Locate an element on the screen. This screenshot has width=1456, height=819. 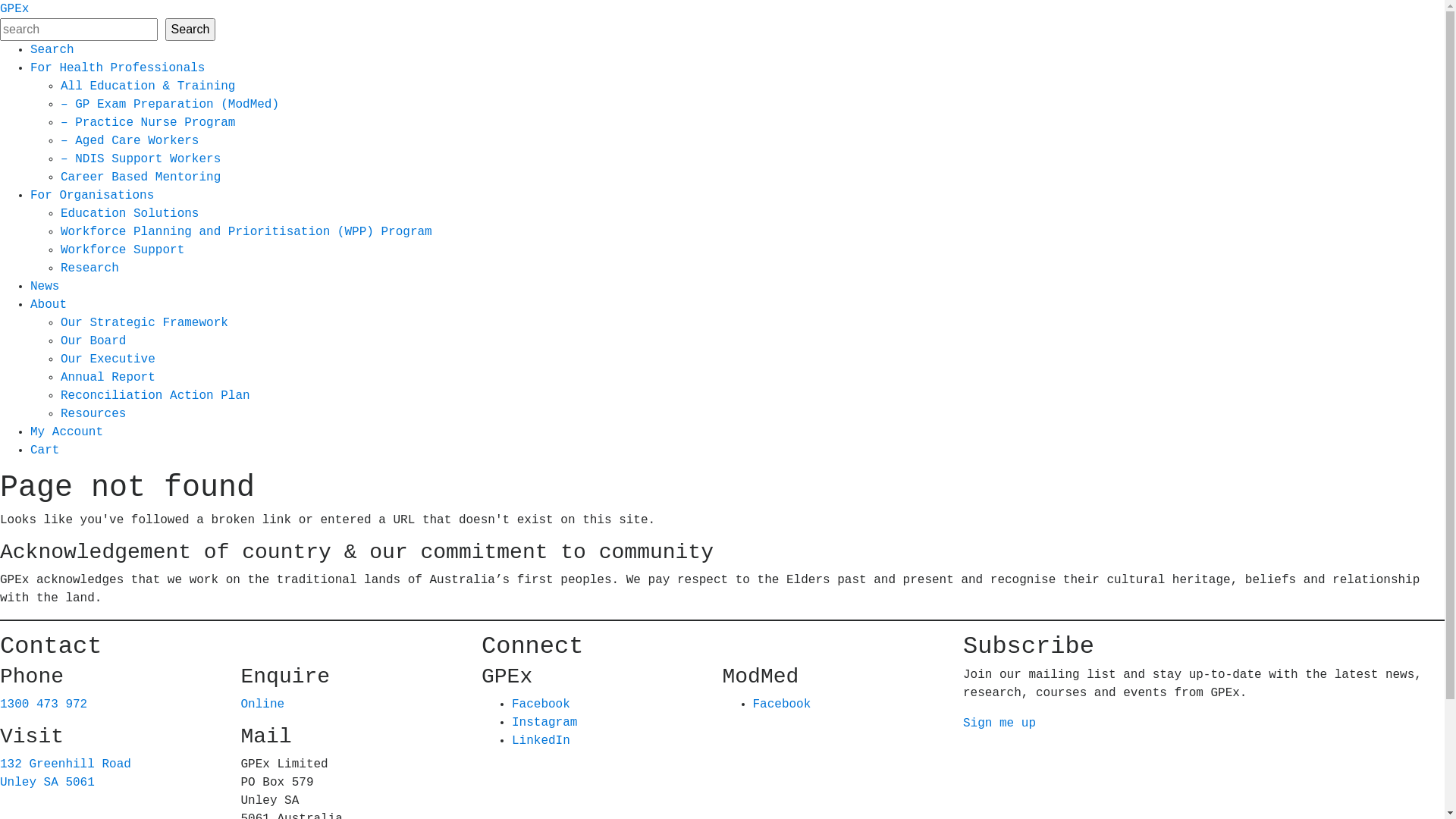
'Research' is located at coordinates (89, 268).